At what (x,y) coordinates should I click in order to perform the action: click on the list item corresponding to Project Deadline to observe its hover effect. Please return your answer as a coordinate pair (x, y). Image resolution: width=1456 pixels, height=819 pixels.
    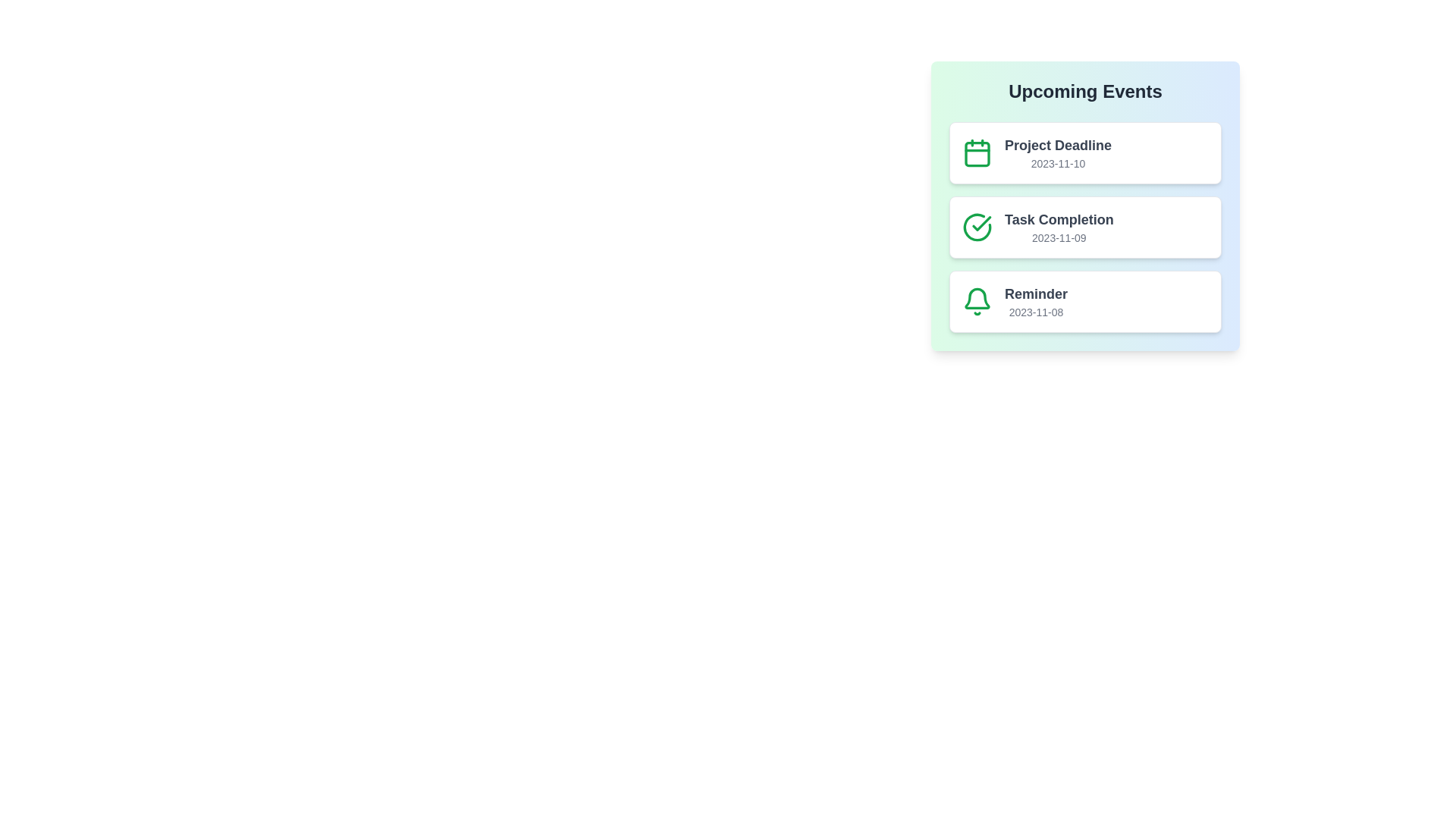
    Looking at the image, I should click on (1084, 152).